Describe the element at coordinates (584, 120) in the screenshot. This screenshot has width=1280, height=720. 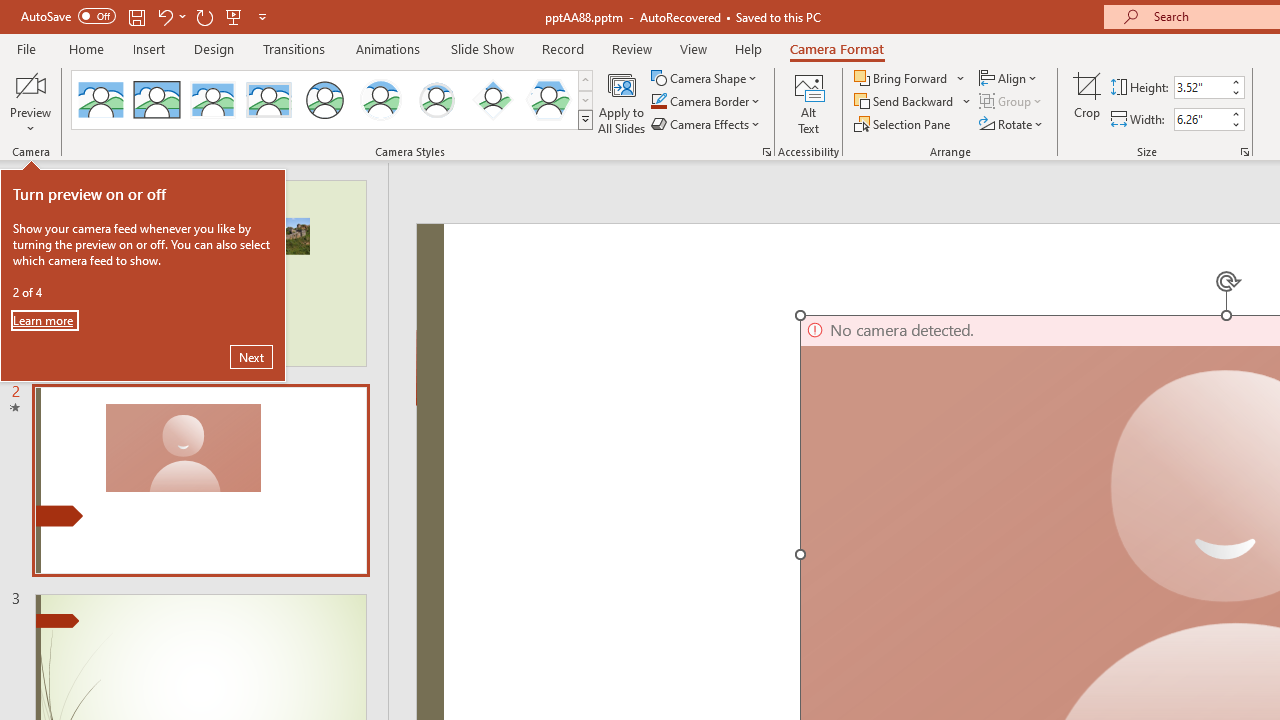
I see `'Camera Styles'` at that location.